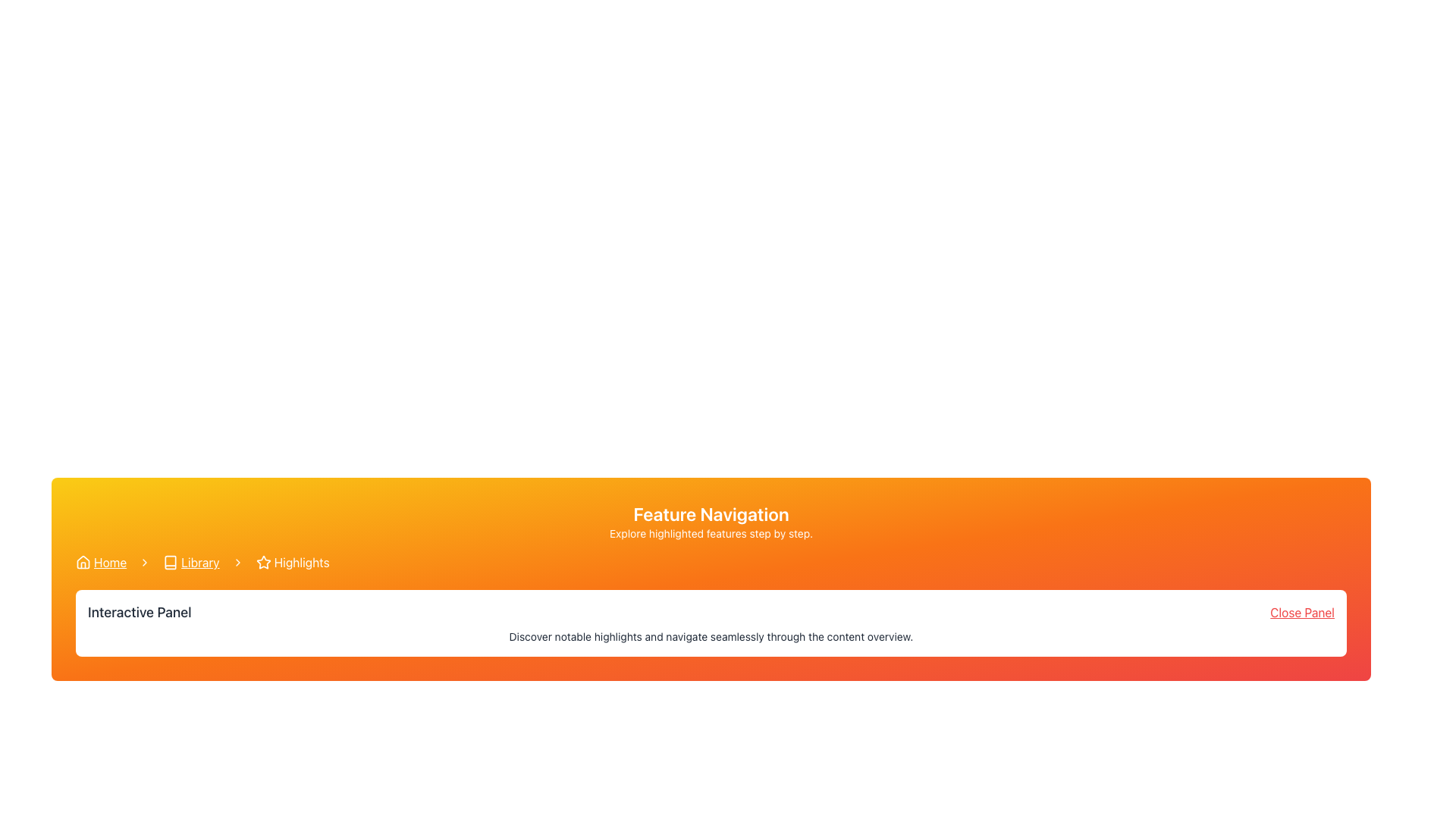  Describe the element at coordinates (145, 562) in the screenshot. I see `the first right-pointing chevron icon in the breadcrumb navigation bar, which has a white stroke and a transparent background, immediately following the 'Home' text link` at that location.